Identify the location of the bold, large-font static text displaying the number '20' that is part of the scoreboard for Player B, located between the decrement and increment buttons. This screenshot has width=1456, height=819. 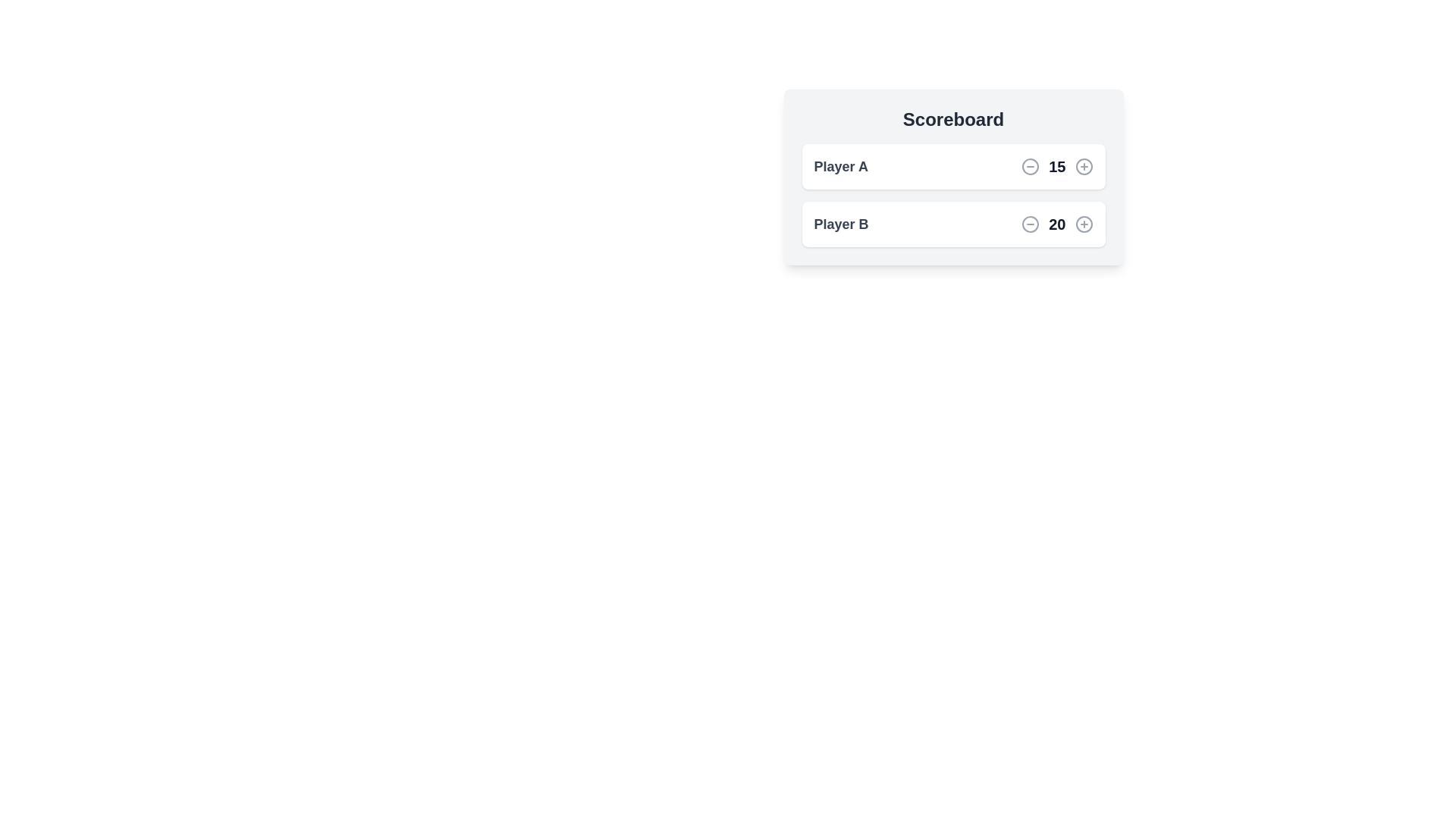
(1056, 224).